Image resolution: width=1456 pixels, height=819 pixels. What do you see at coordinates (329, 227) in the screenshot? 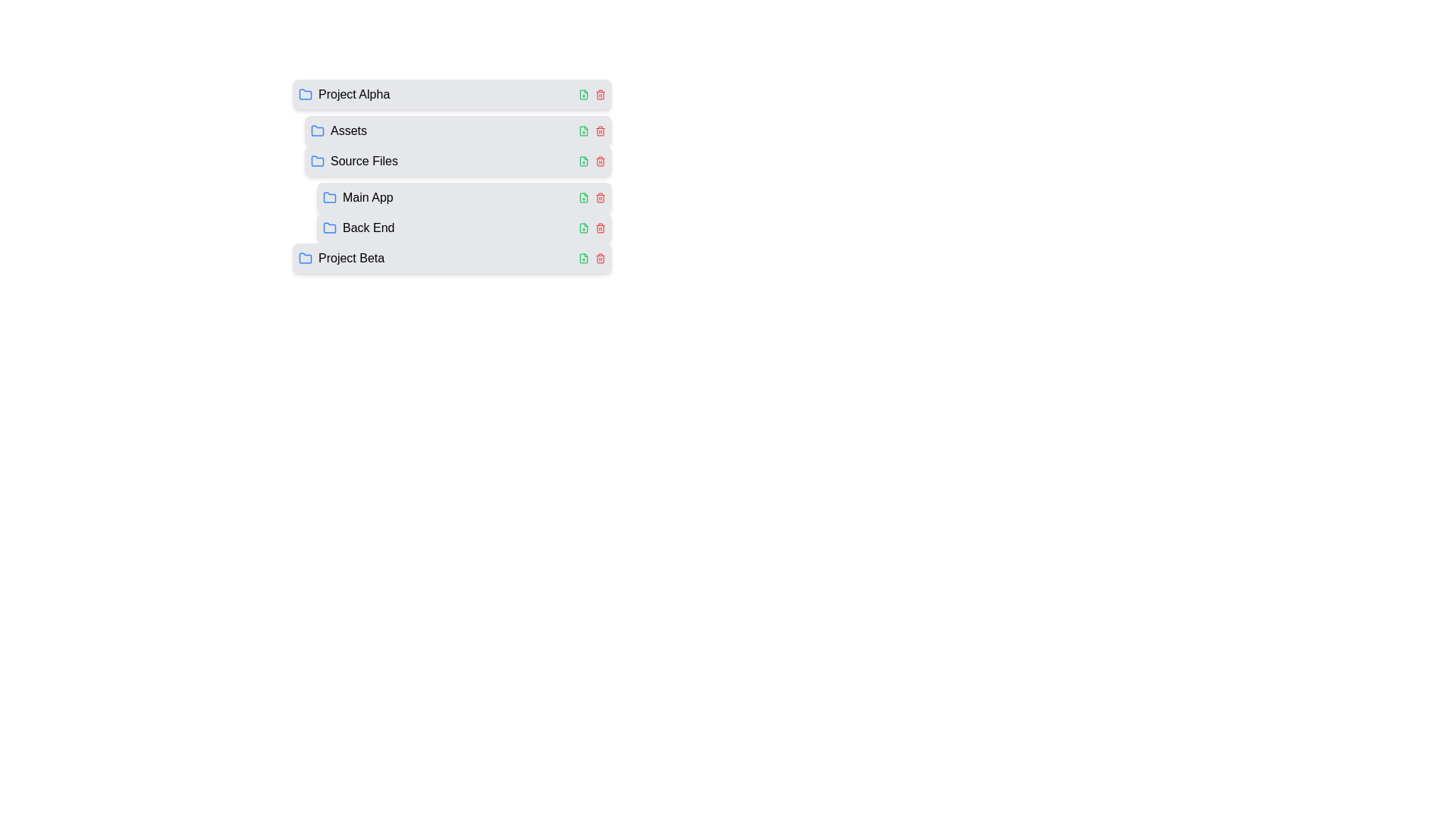
I see `the folder icon with a blue outline located to the left of the text 'Back End'` at bounding box center [329, 227].